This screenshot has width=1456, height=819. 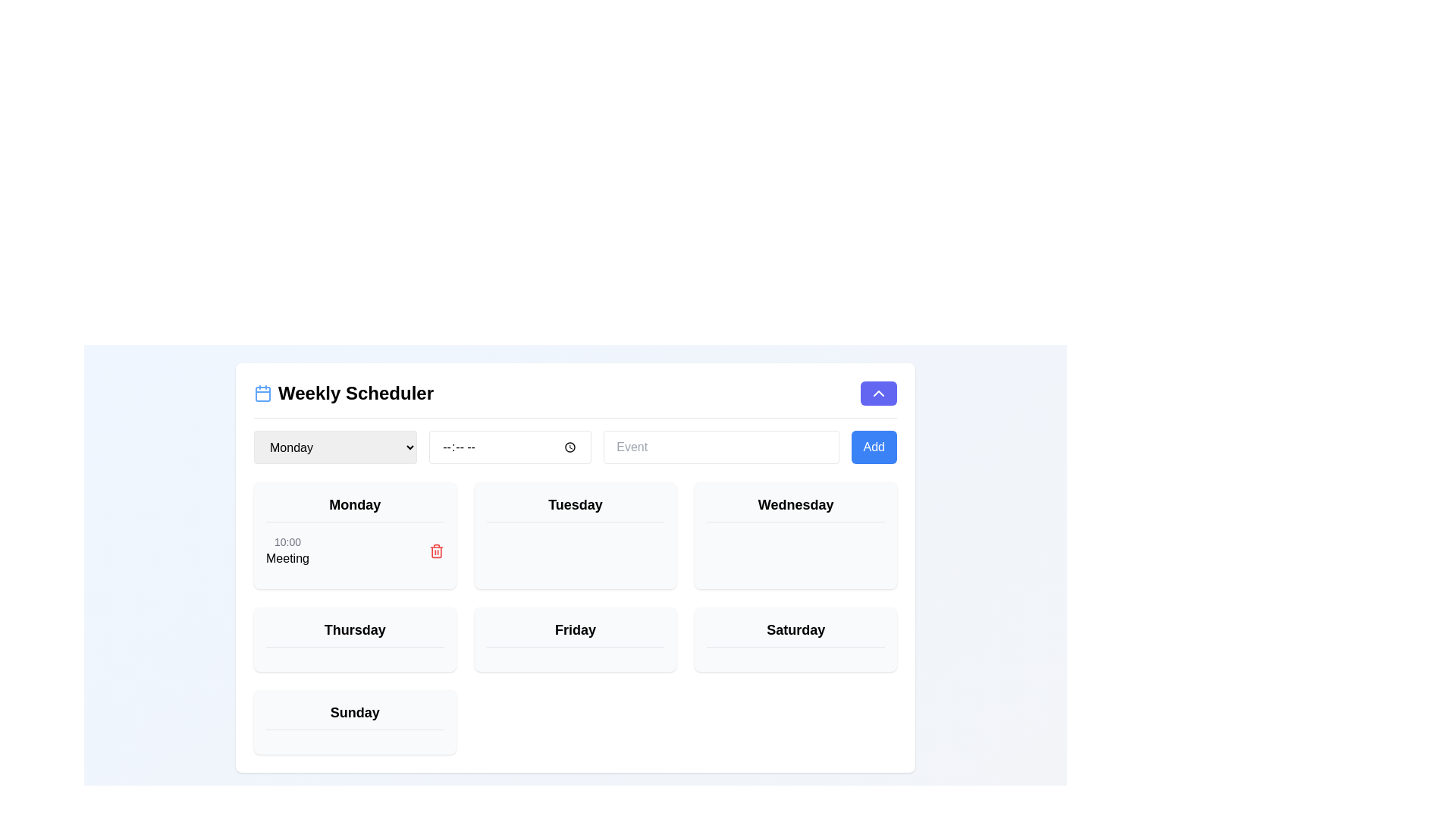 What do you see at coordinates (287, 558) in the screenshot?
I see `the text descriptor for the event scheduled at '10:00' on Monday, located in the Monday section of the weekly scheduling interface` at bounding box center [287, 558].